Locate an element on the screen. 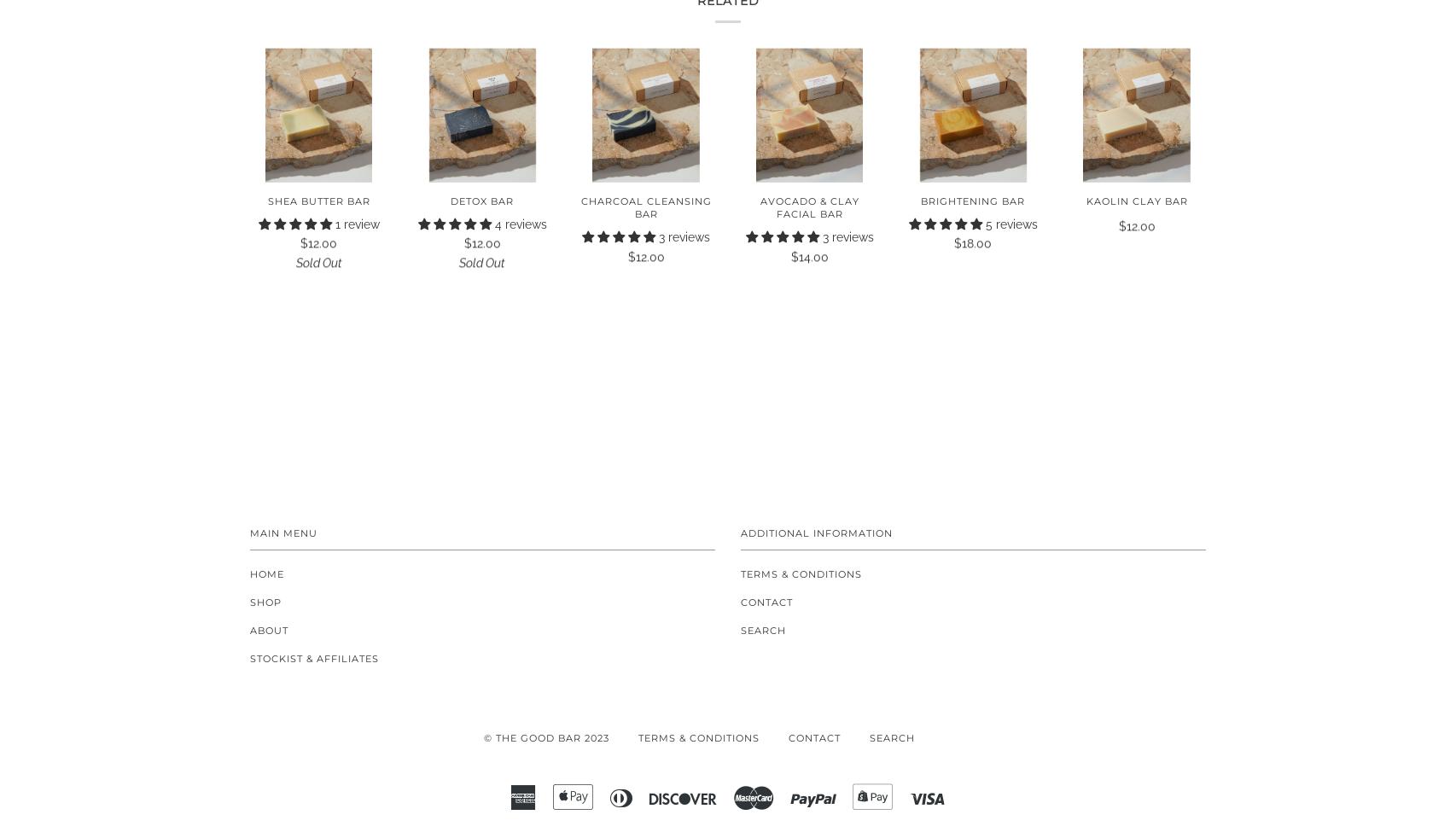 Image resolution: width=1456 pixels, height=838 pixels. 'Additional Information' is located at coordinates (817, 532).